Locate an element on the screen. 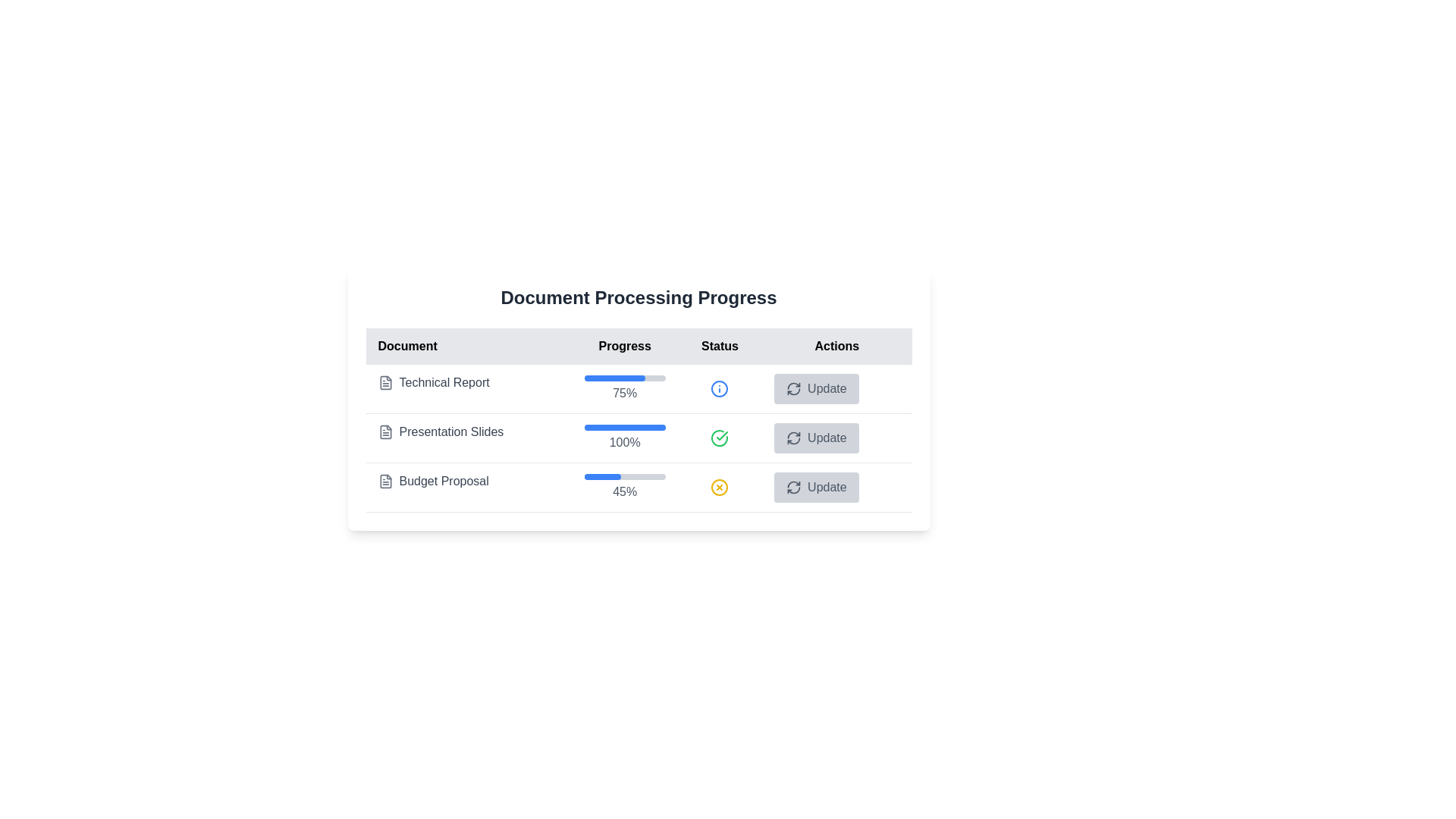  the document icon representing 'Presentation Slides' in the 'Document Processing Progress' table, located in the second row is located at coordinates (385, 432).